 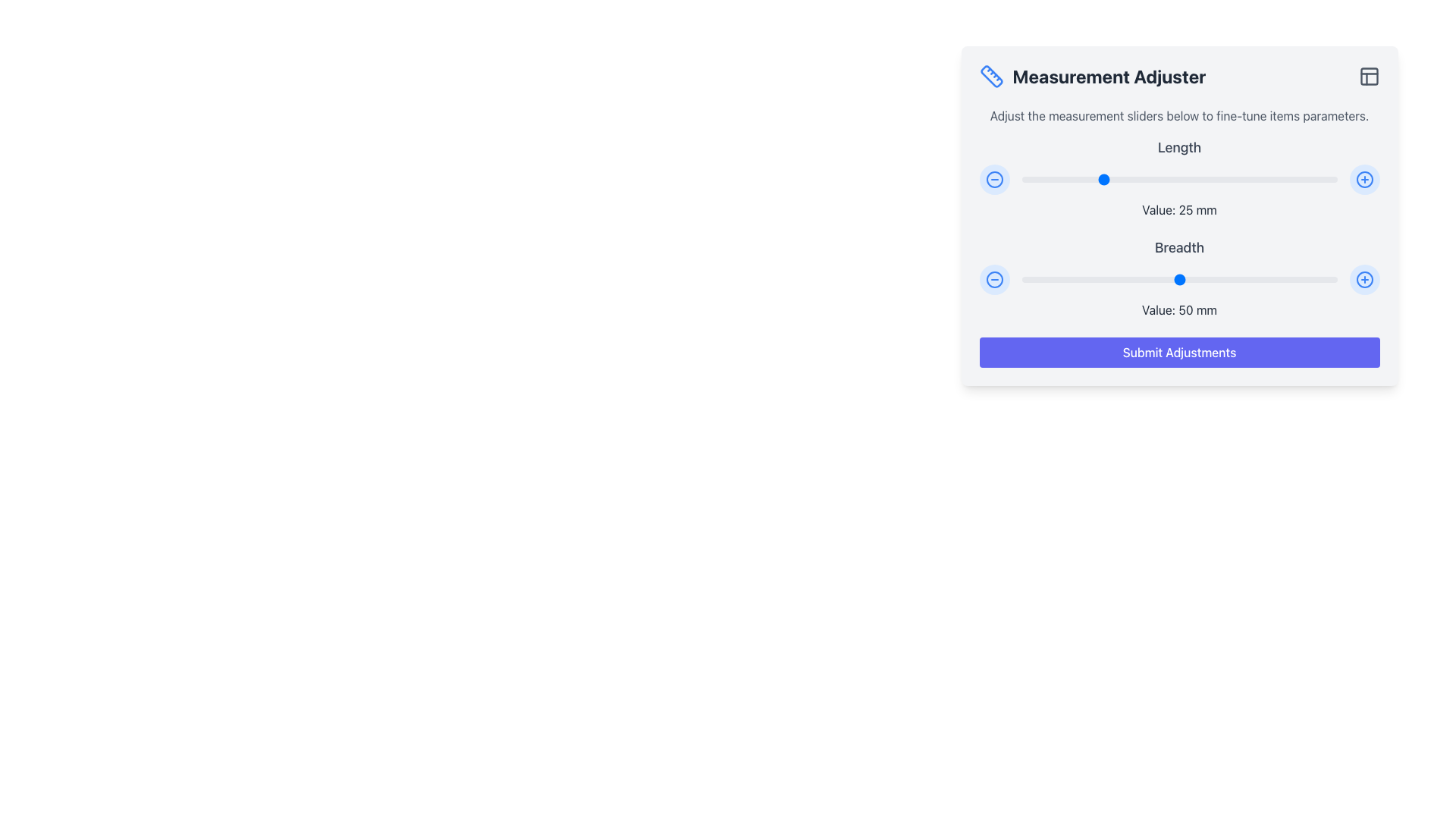 I want to click on the blue ruler icon with a diagonal pattern located in the top-left corner of the 'Measurement Adjuster' panel, so click(x=991, y=76).